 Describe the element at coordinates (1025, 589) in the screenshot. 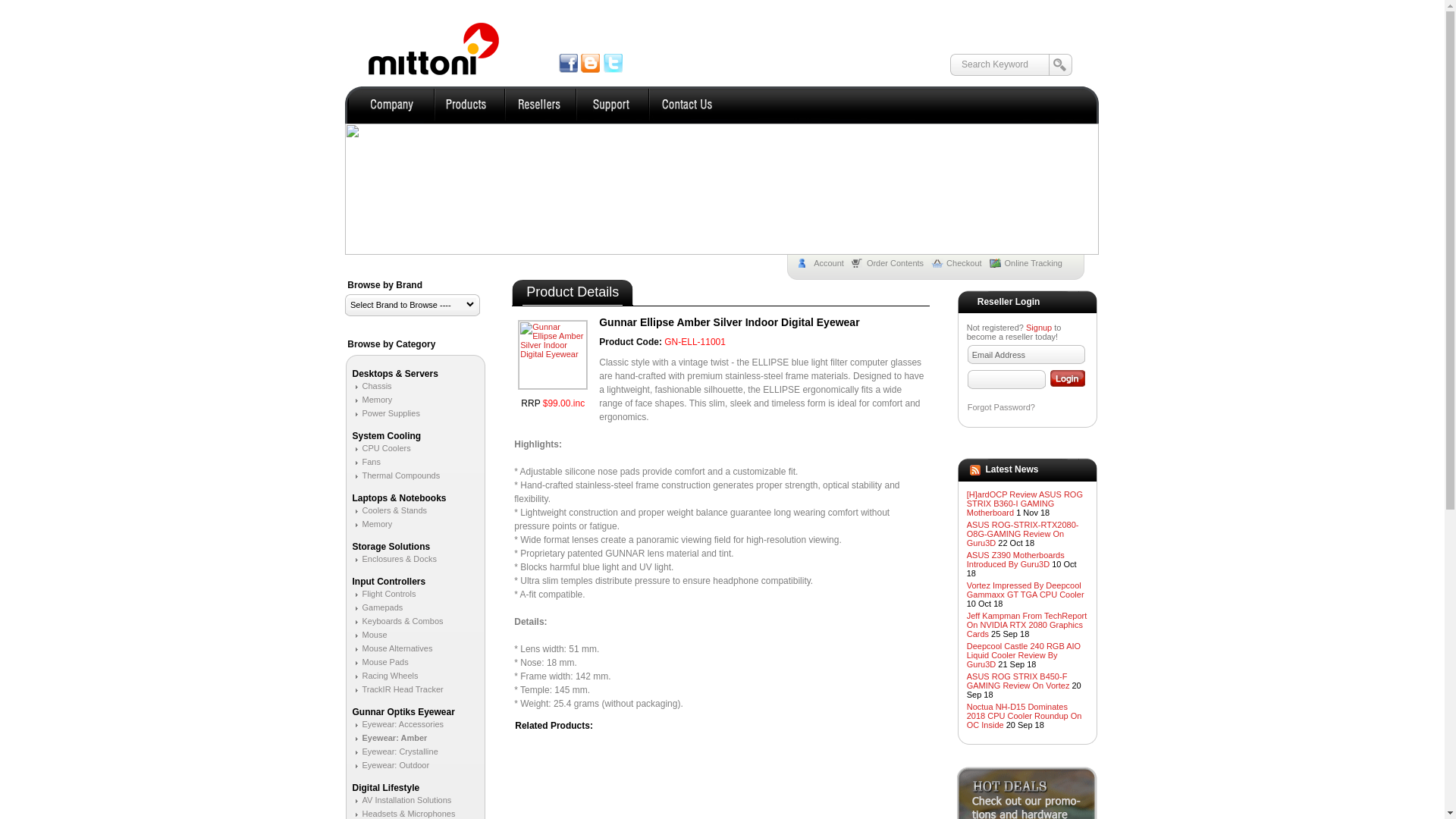

I see `'Vortez Impressed By Deepcool Gammaxx GT TGA CPU Cooler'` at that location.